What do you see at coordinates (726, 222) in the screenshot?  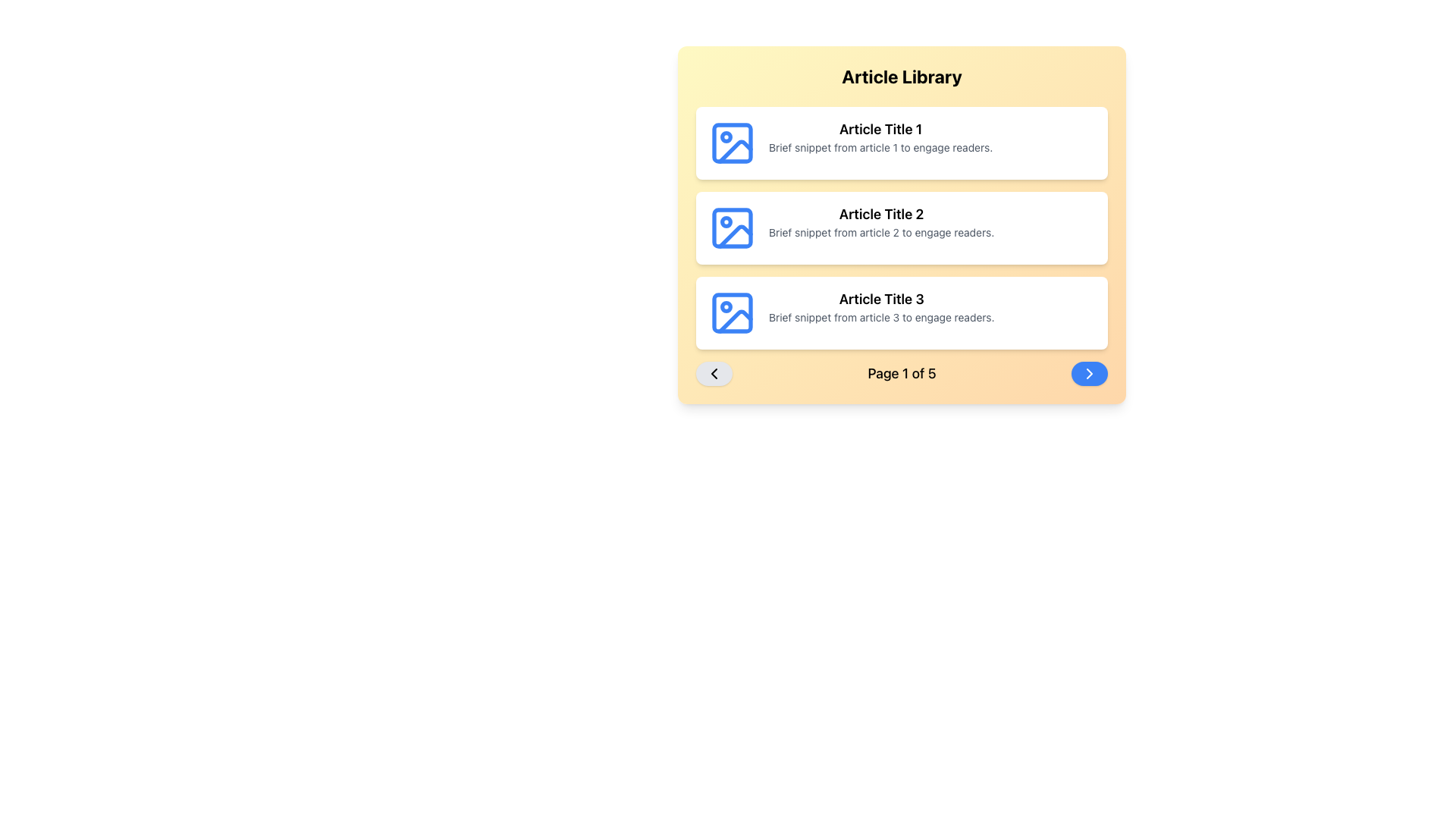 I see `the SVG circle element that serves as a marker or status indicator within the second icon representing an image shape in the card layout of article previews` at bounding box center [726, 222].